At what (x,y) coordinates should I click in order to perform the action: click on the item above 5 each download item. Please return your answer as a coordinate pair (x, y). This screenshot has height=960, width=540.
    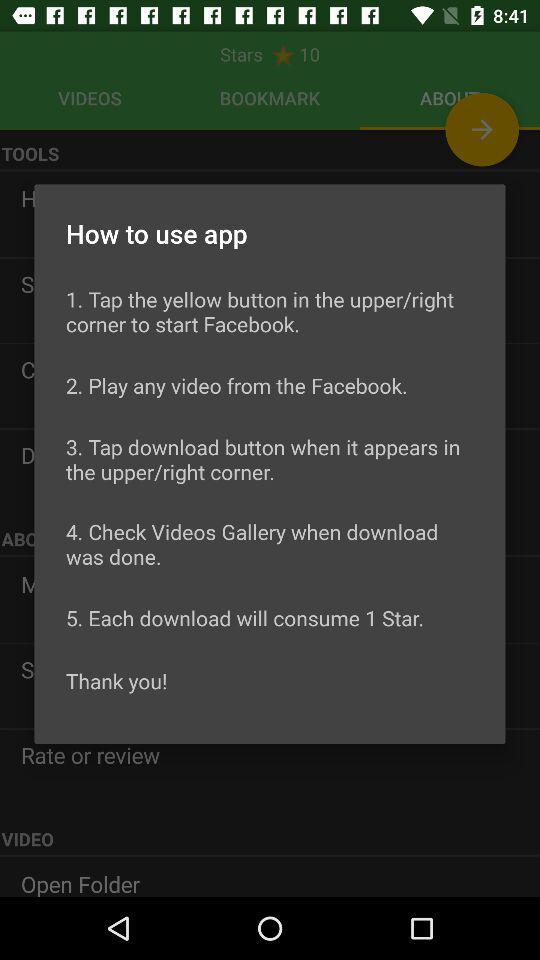
    Looking at the image, I should click on (270, 544).